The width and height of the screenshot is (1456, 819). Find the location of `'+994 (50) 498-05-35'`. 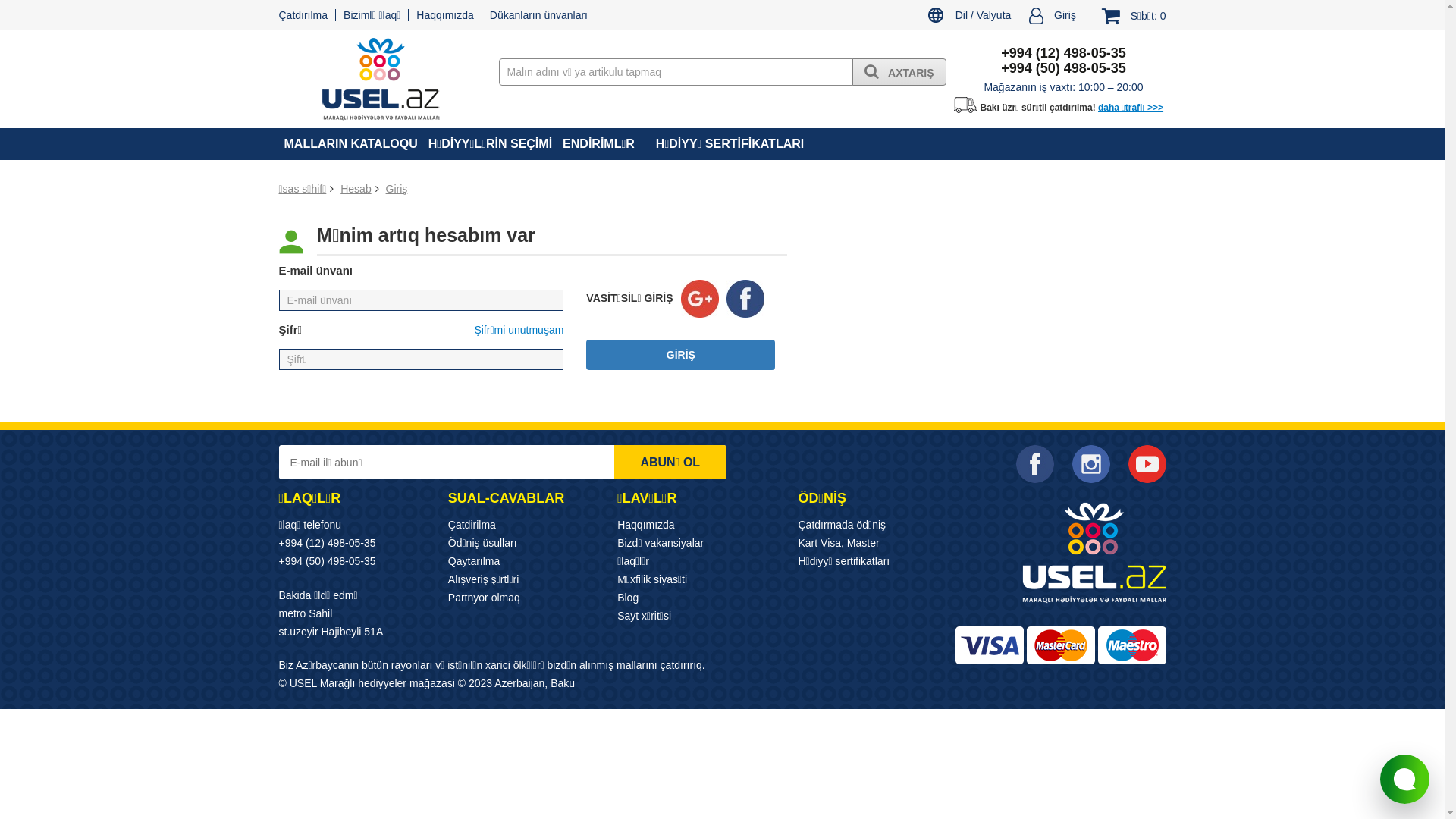

'+994 (50) 498-05-35' is located at coordinates (327, 561).